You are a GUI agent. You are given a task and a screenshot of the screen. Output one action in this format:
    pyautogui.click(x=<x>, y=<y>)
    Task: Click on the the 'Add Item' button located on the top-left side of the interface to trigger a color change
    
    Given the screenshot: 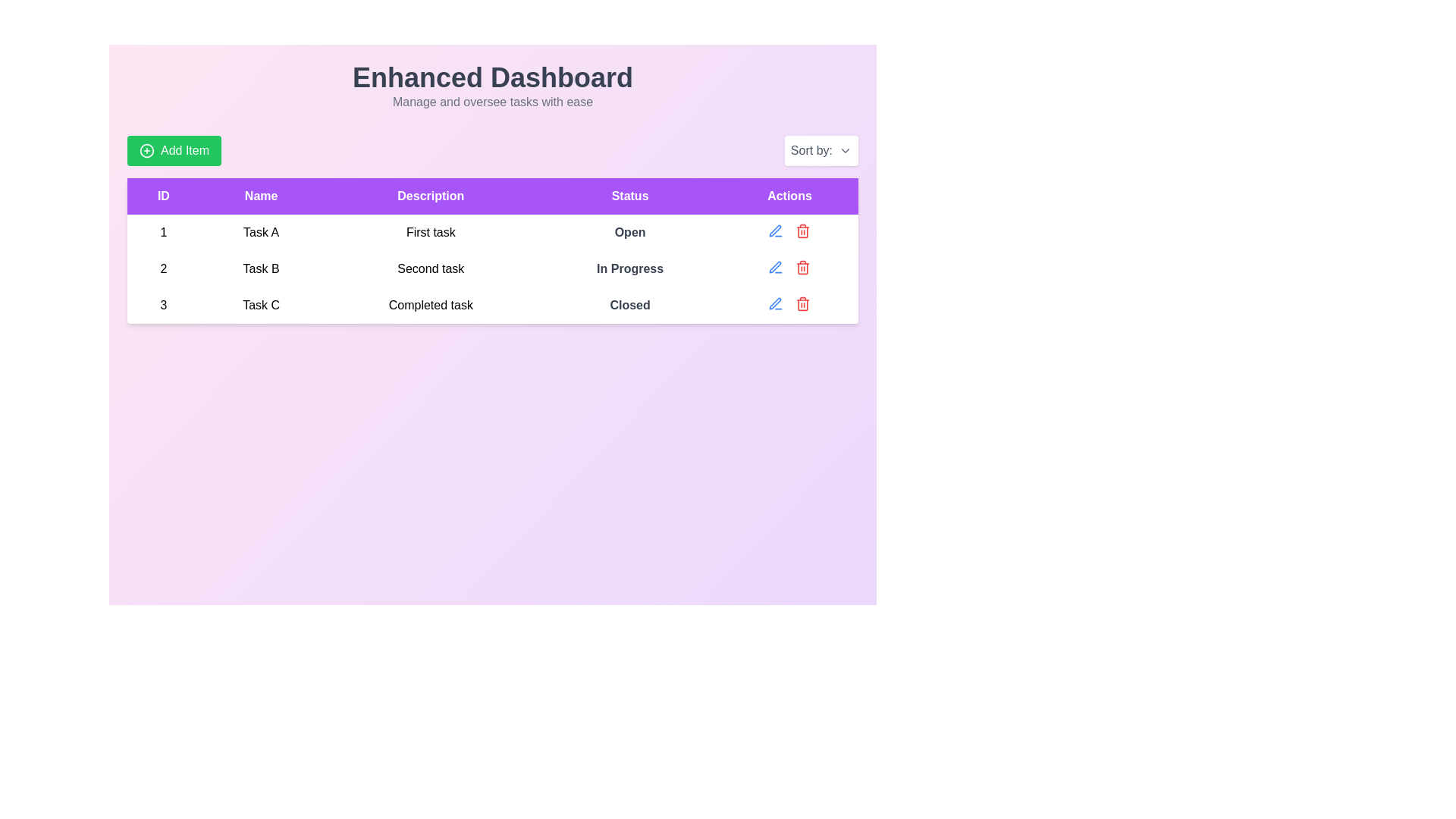 What is the action you would take?
    pyautogui.click(x=174, y=151)
    